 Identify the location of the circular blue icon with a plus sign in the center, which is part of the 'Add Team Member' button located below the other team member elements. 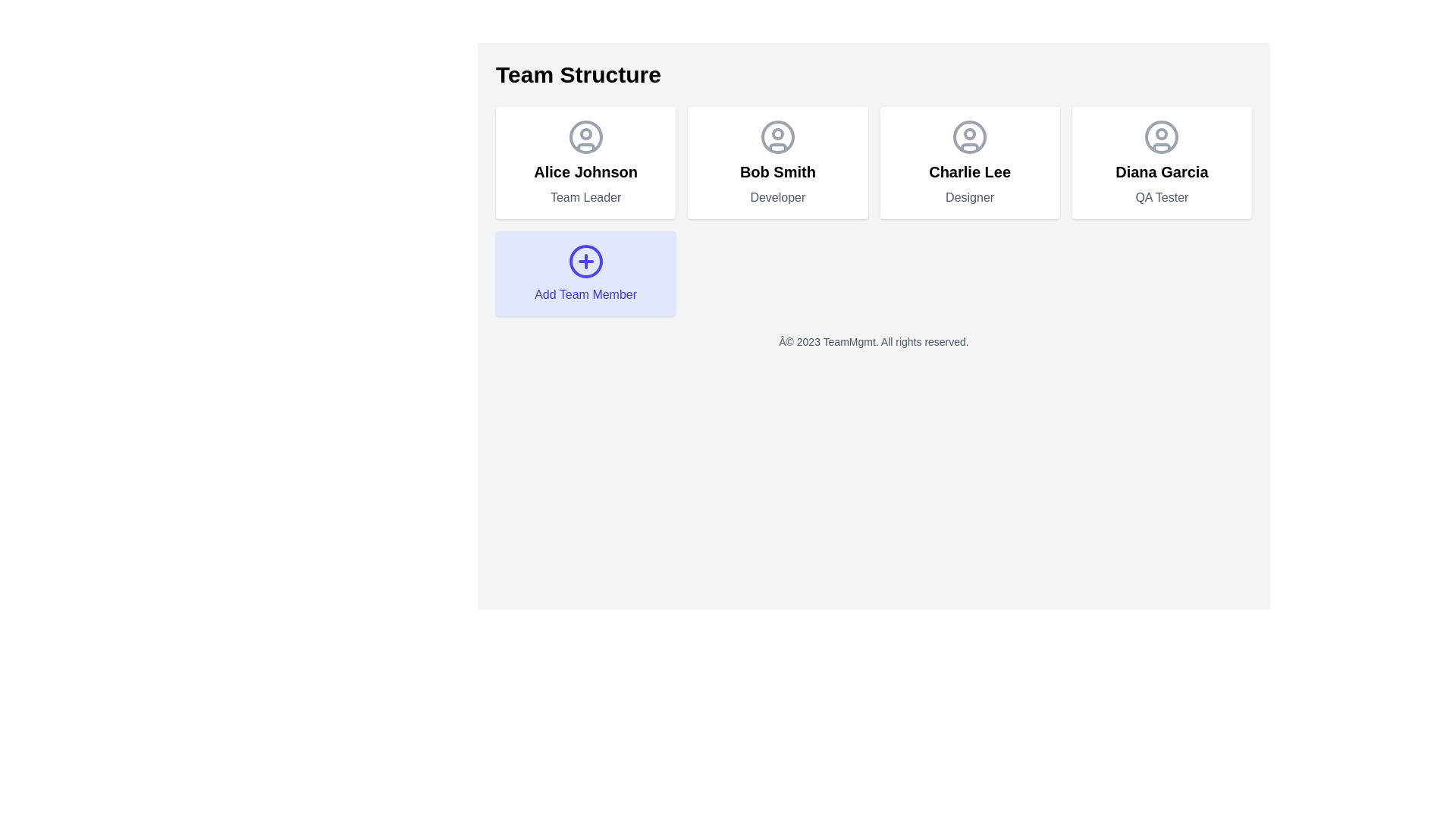
(585, 260).